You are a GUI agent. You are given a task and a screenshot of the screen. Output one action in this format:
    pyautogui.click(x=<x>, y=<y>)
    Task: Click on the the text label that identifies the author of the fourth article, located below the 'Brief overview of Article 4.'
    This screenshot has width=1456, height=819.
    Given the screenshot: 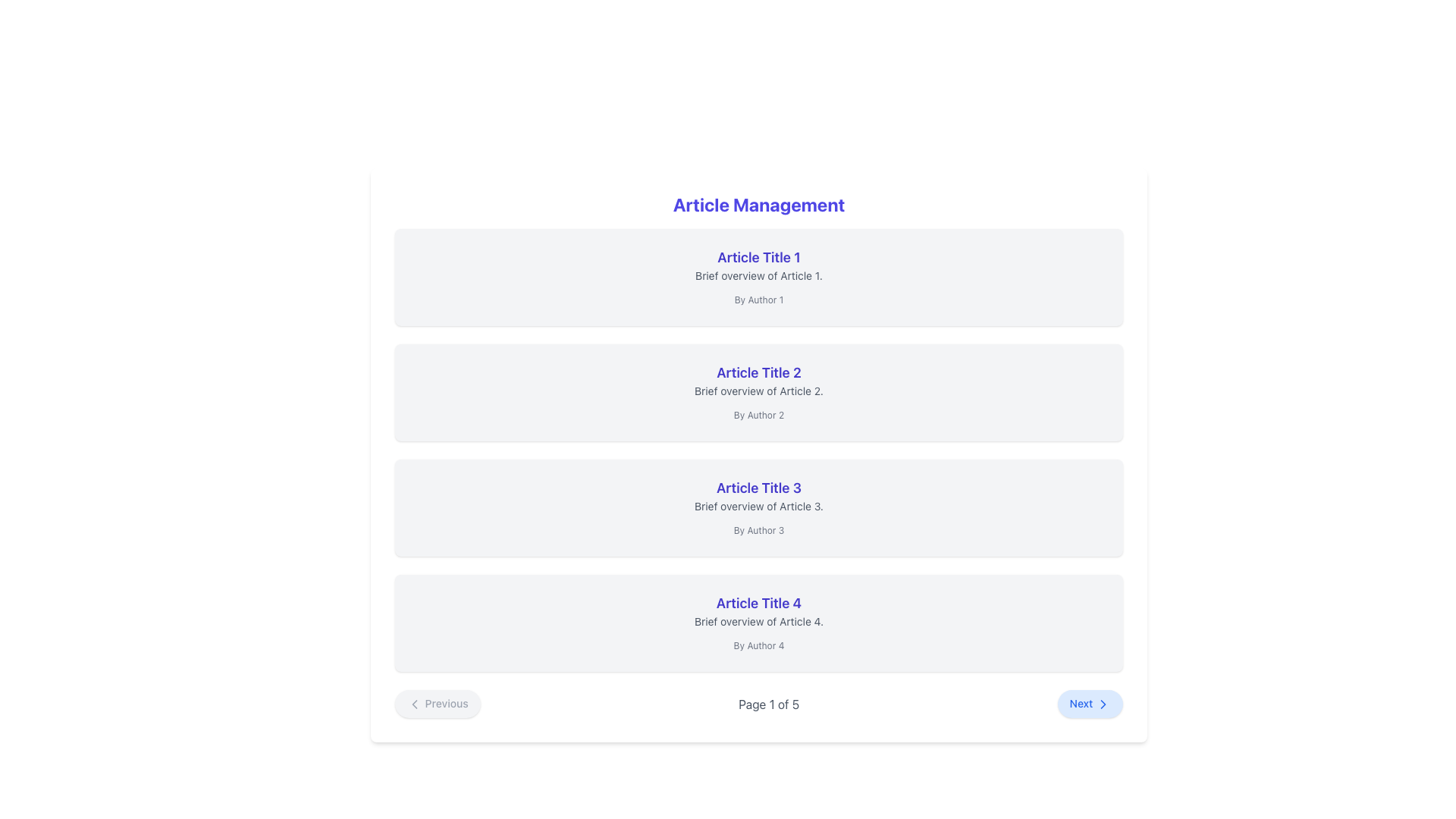 What is the action you would take?
    pyautogui.click(x=758, y=645)
    